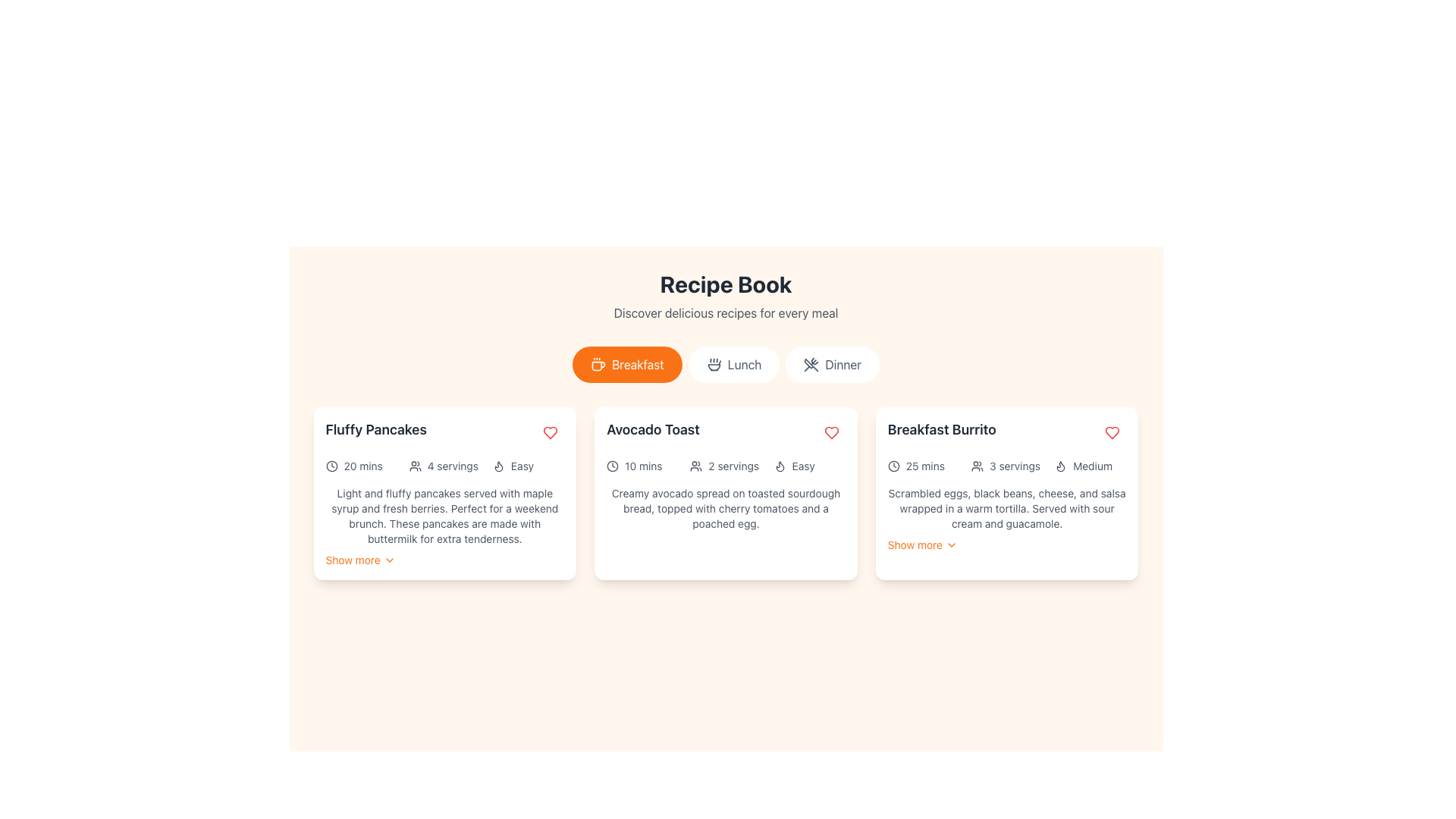  I want to click on the label displaying '4 servings' with user icons, positioned between '20 mins' and 'Easy' in the Fluffy Pancakes section, so click(444, 465).